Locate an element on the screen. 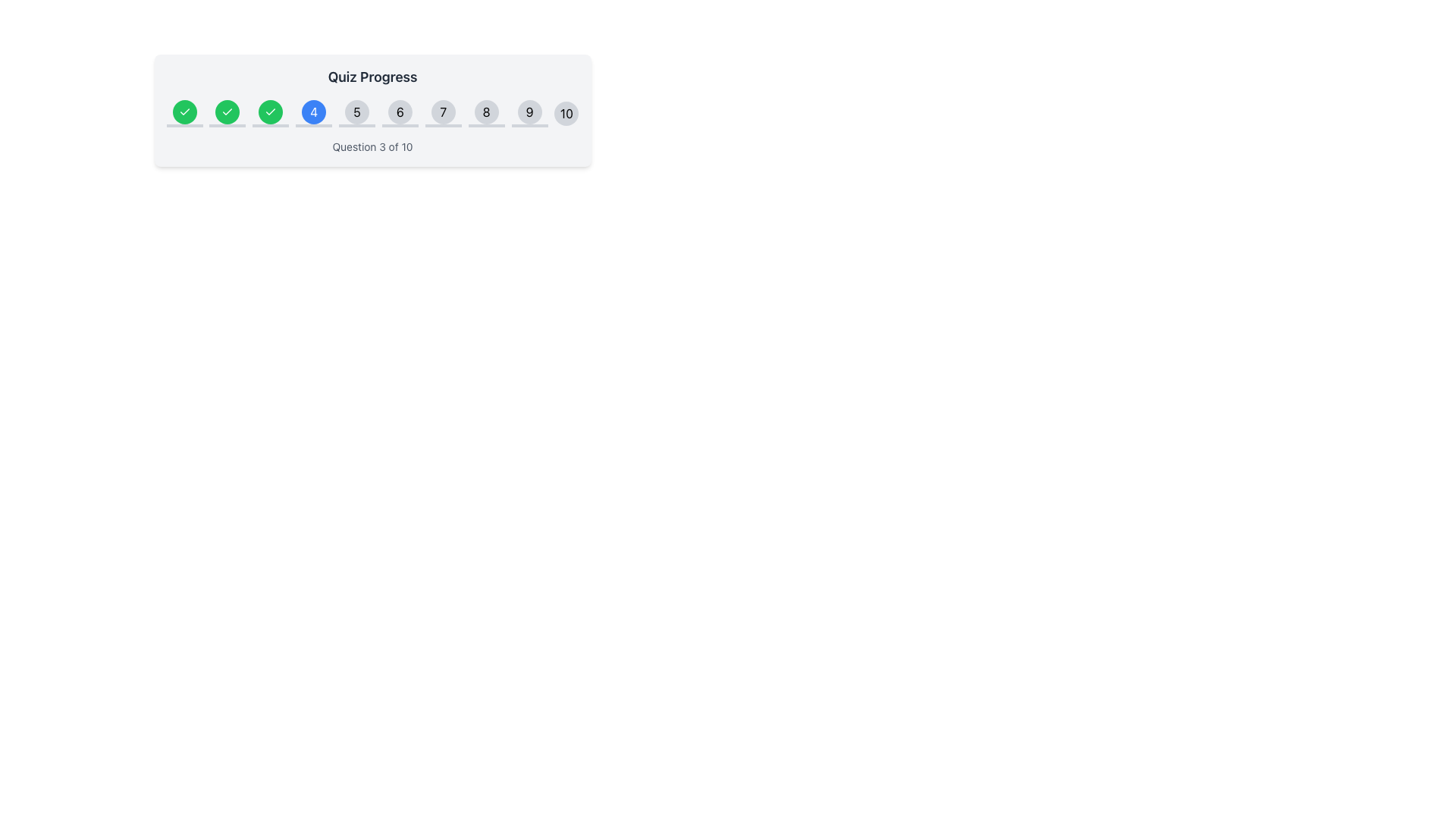 This screenshot has width=1456, height=819. the fifth circular marker in the progress tracker, which indicates the fifth step in the sequence is located at coordinates (356, 111).